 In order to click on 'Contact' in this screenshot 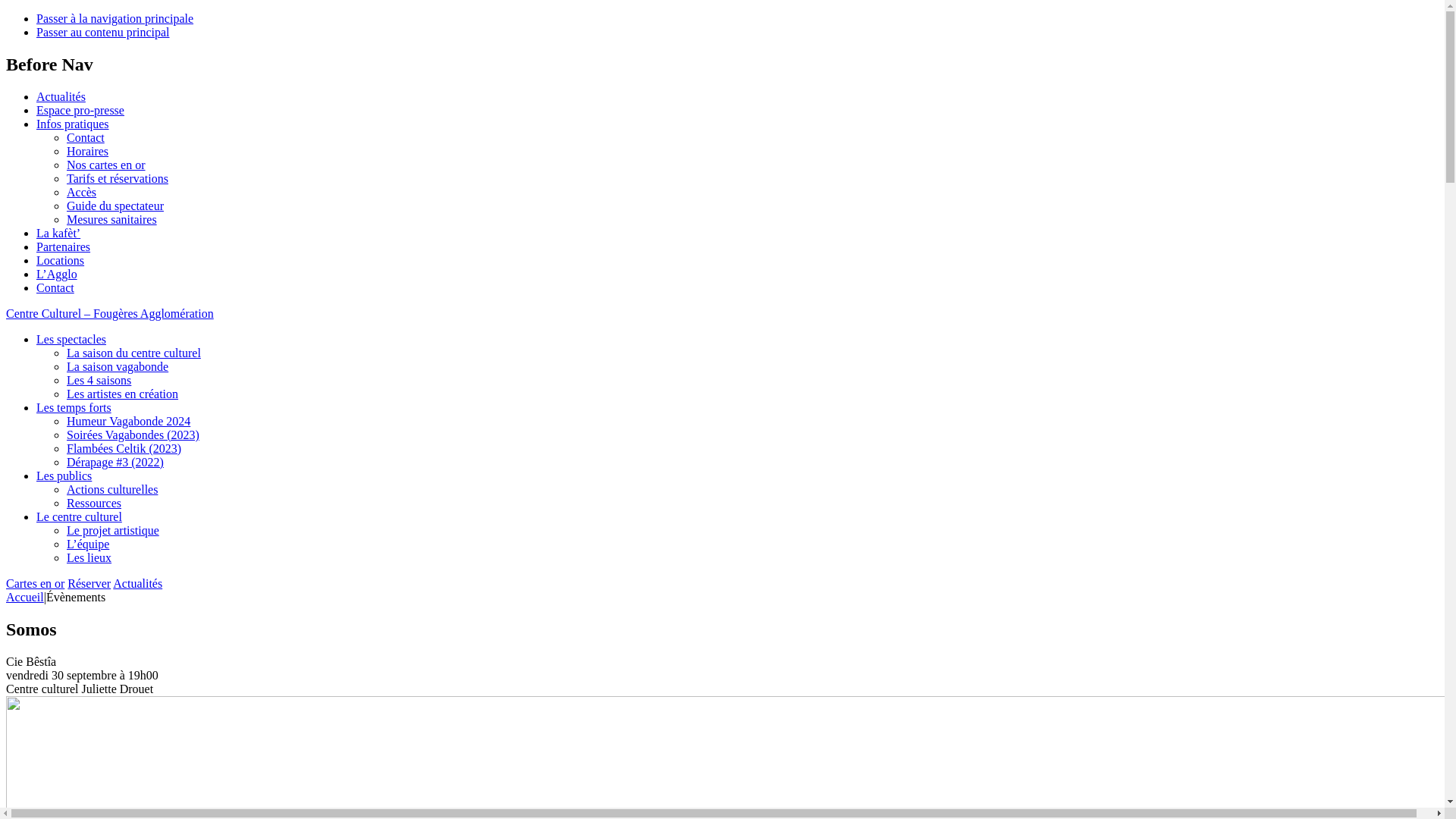, I will do `click(55, 287)`.